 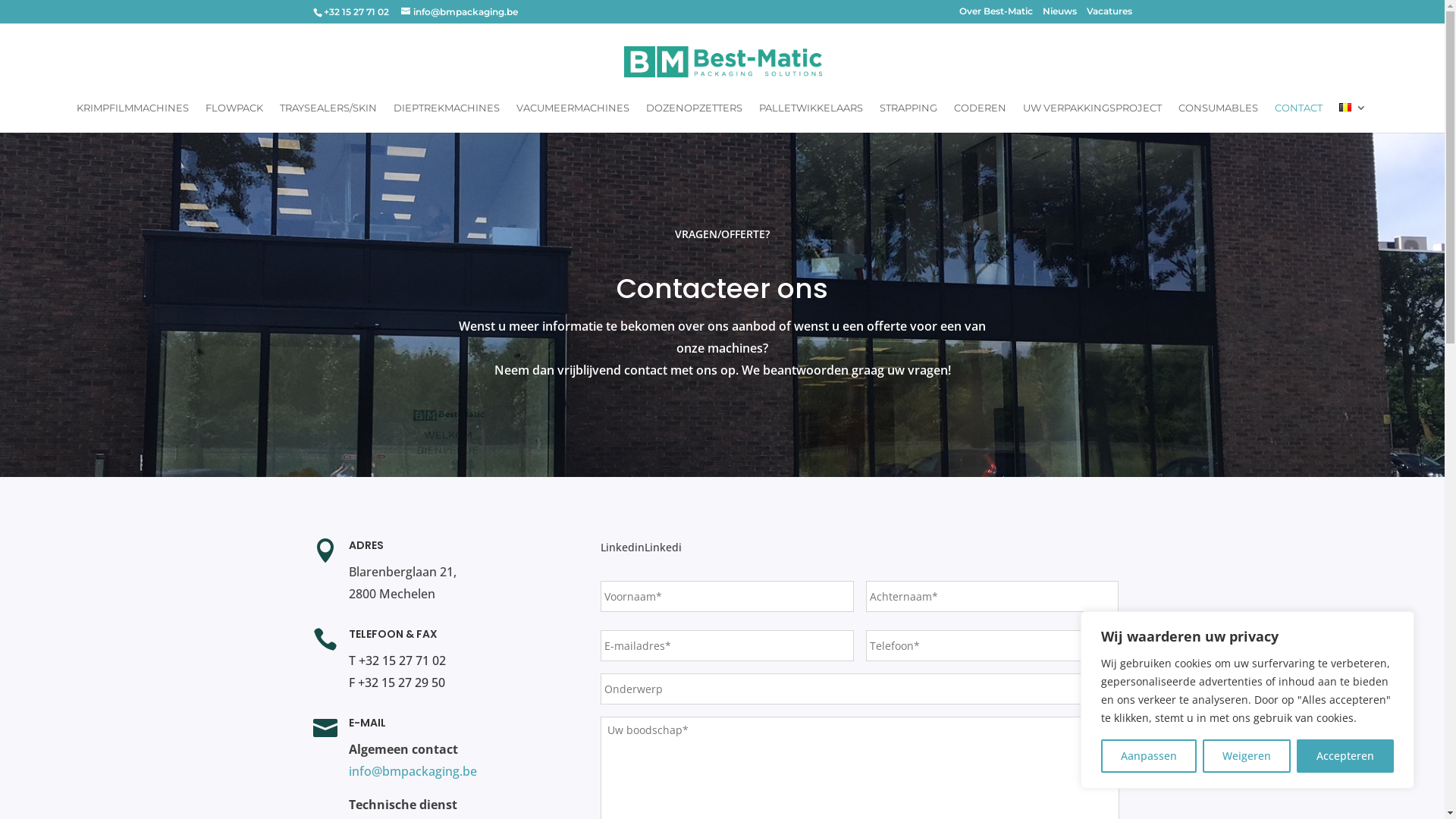 What do you see at coordinates (1295, 755) in the screenshot?
I see `'Accepteren'` at bounding box center [1295, 755].